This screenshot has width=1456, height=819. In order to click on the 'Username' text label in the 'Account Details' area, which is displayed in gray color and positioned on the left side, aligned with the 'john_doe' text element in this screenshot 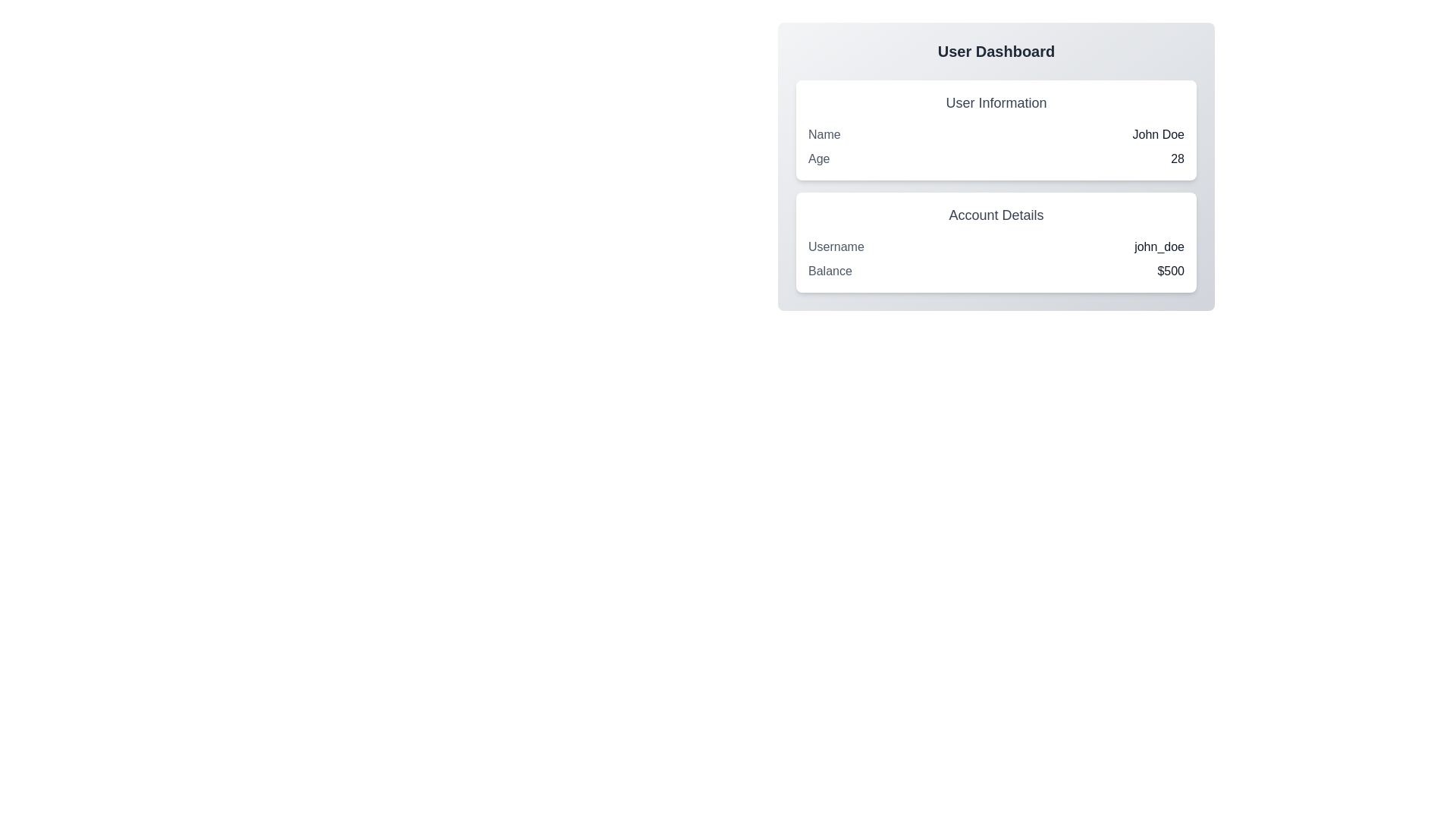, I will do `click(835, 246)`.